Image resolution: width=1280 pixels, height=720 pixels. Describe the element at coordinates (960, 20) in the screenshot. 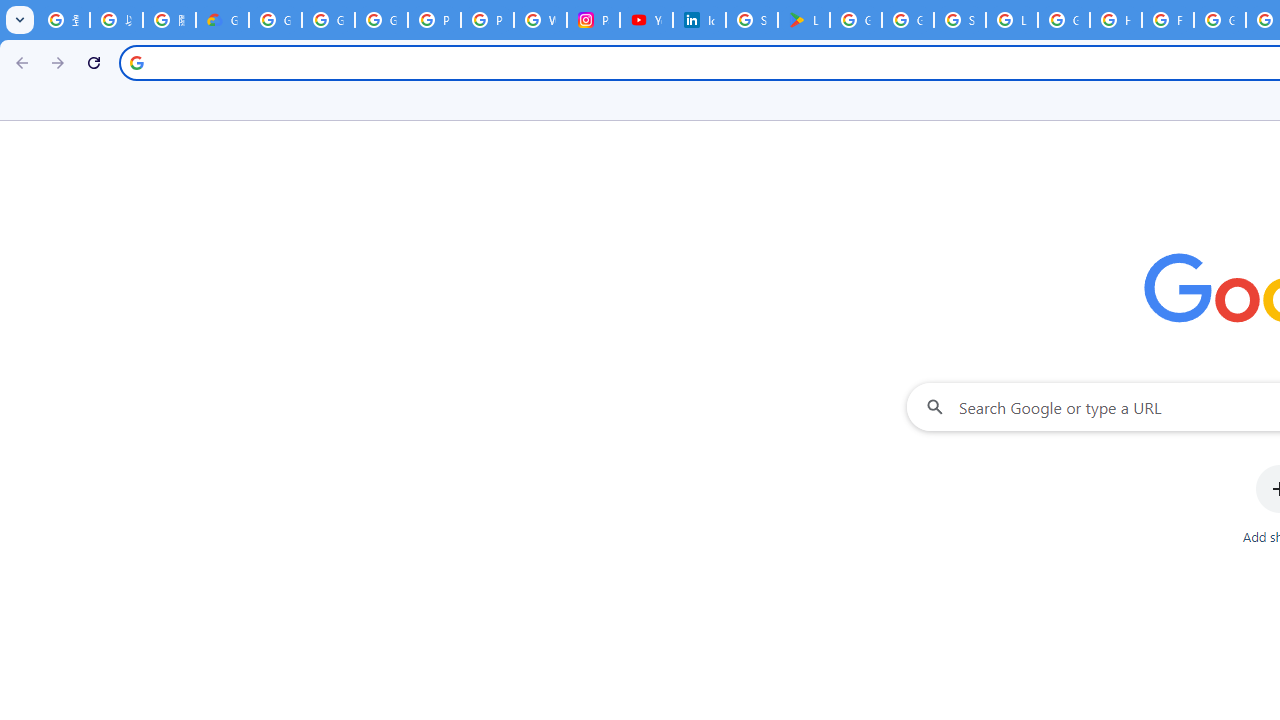

I see `'Sign in - Google Accounts'` at that location.